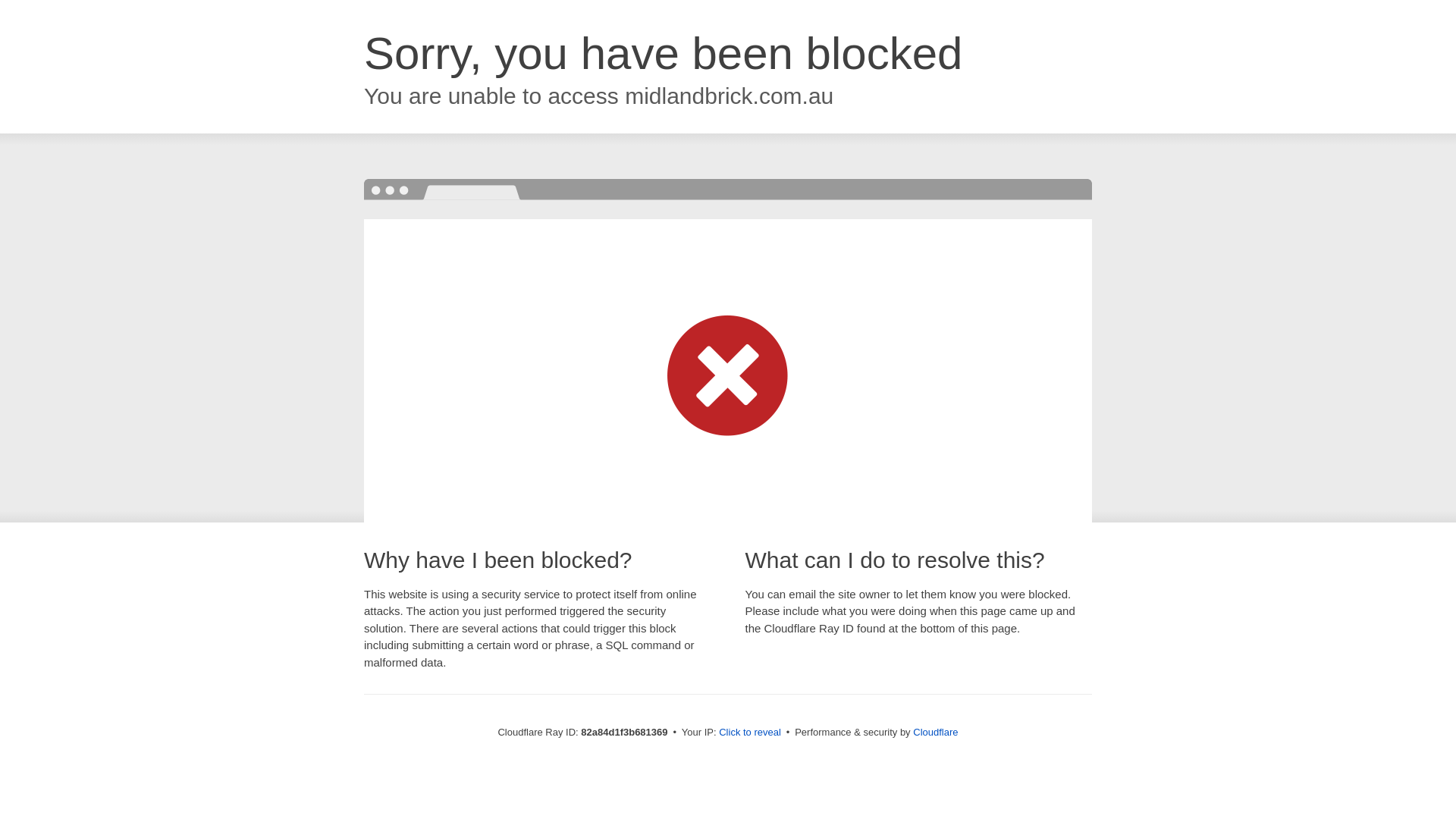 This screenshot has width=1456, height=819. Describe the element at coordinates (934, 731) in the screenshot. I see `'Cloudflare'` at that location.